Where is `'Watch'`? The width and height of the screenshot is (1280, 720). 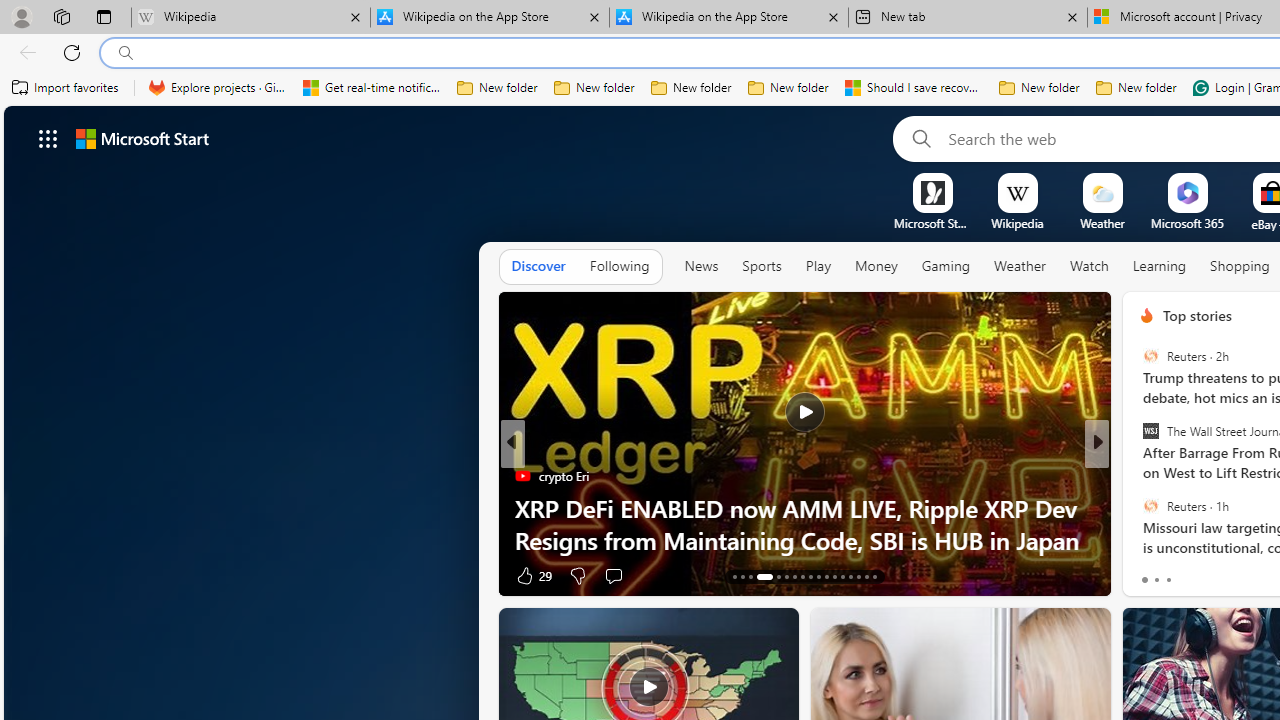 'Watch' is located at coordinates (1088, 266).